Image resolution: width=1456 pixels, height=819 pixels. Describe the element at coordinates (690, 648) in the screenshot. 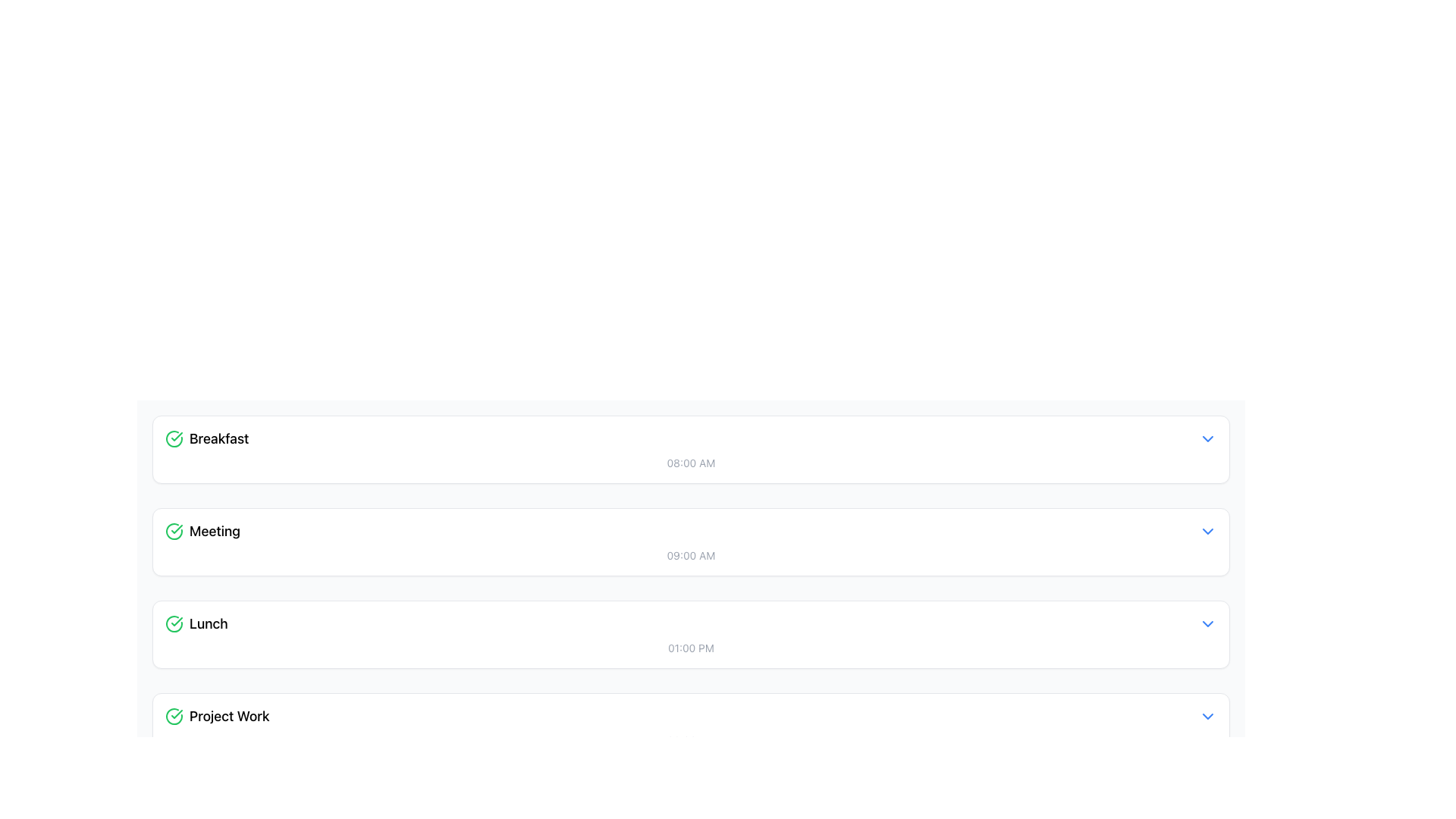

I see `the text label displaying '01:00 PM' in gray color, located at the bottom right corner of the 'Lunch' item in the list` at that location.